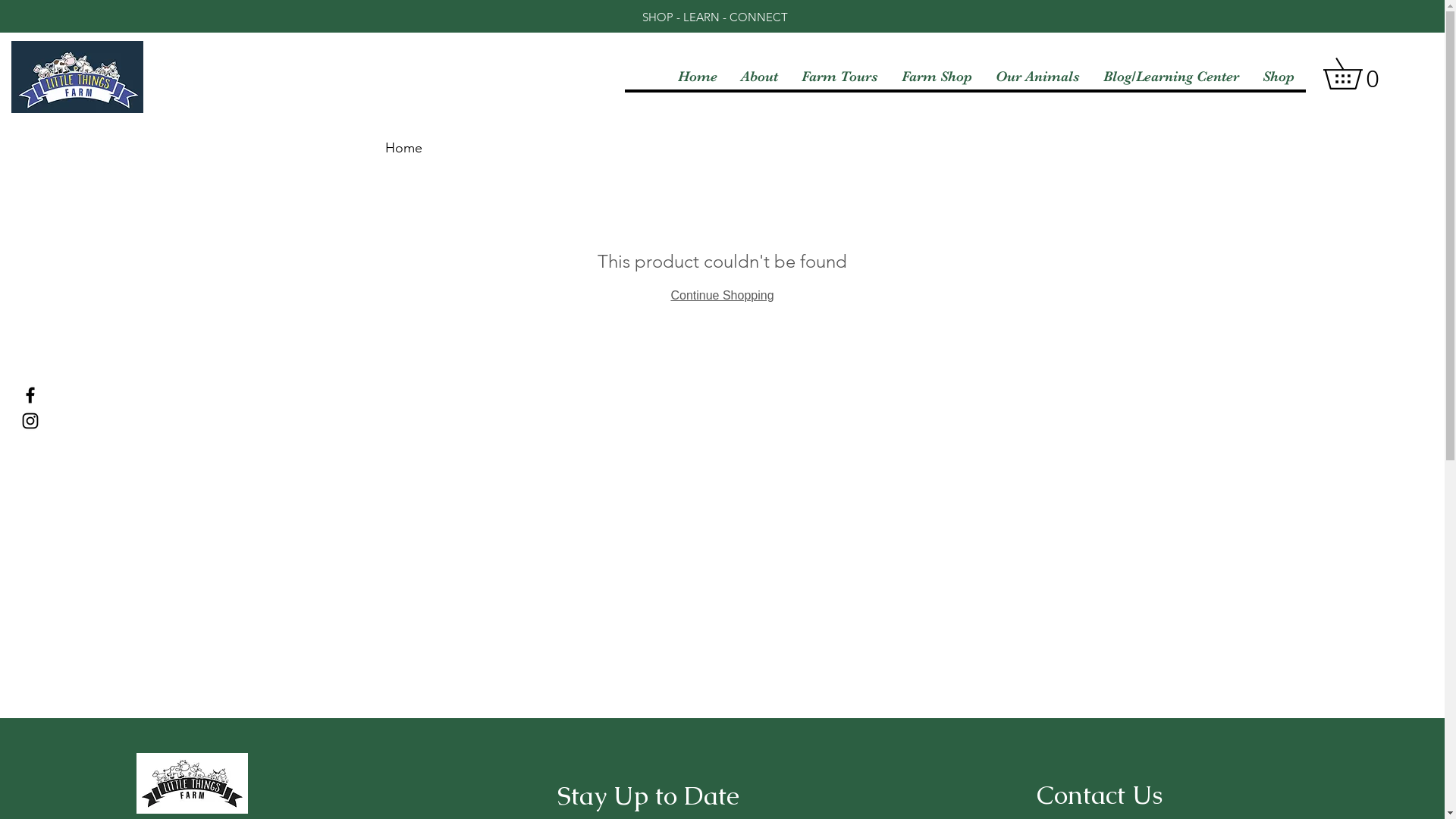 The width and height of the screenshot is (1456, 819). Describe the element at coordinates (720, 295) in the screenshot. I see `'Continue Shopping'` at that location.